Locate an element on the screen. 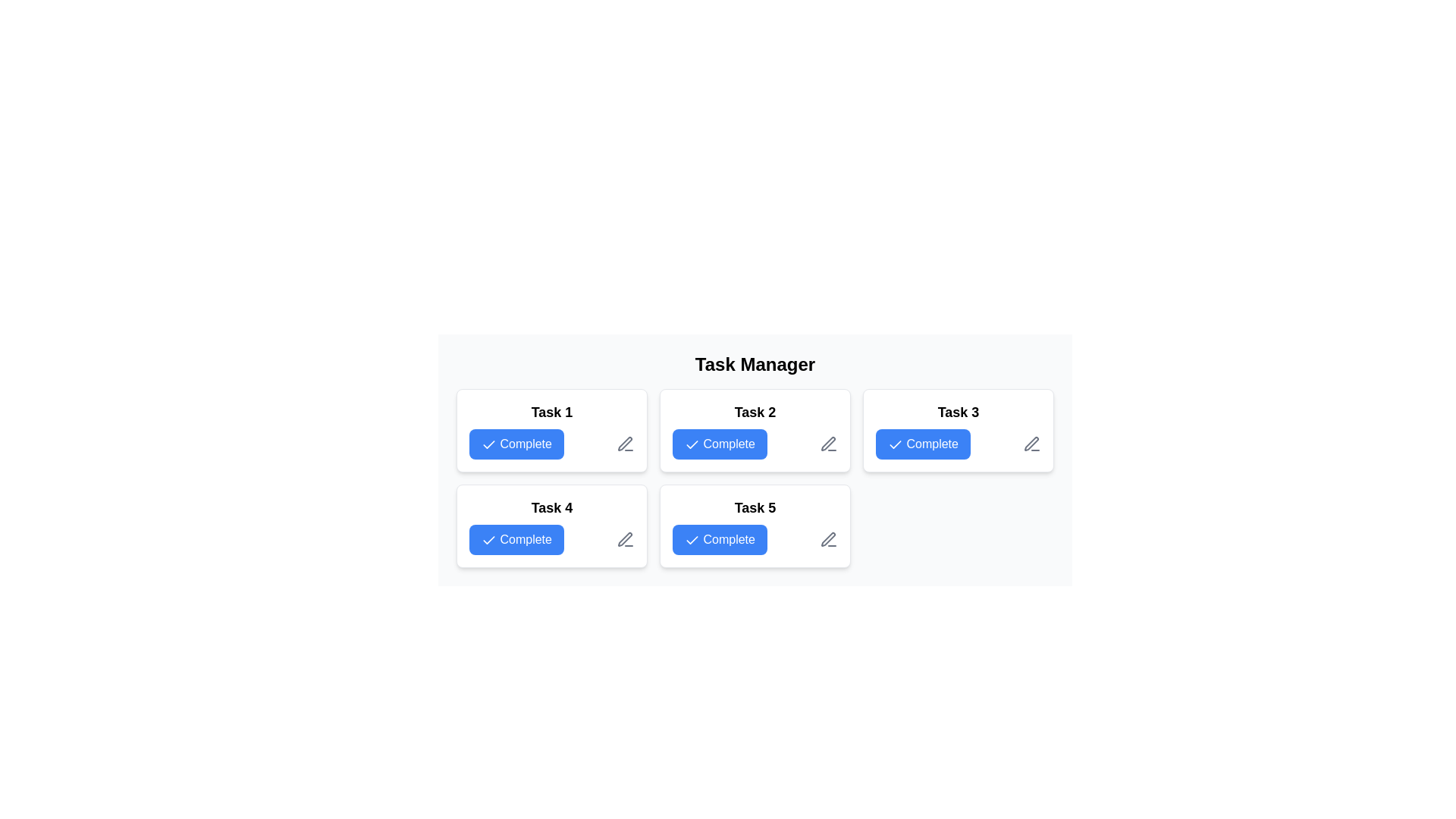 Image resolution: width=1456 pixels, height=819 pixels. the checkmark icon embedded in the blue 'Complete' button within the 'Task 2' card is located at coordinates (691, 444).